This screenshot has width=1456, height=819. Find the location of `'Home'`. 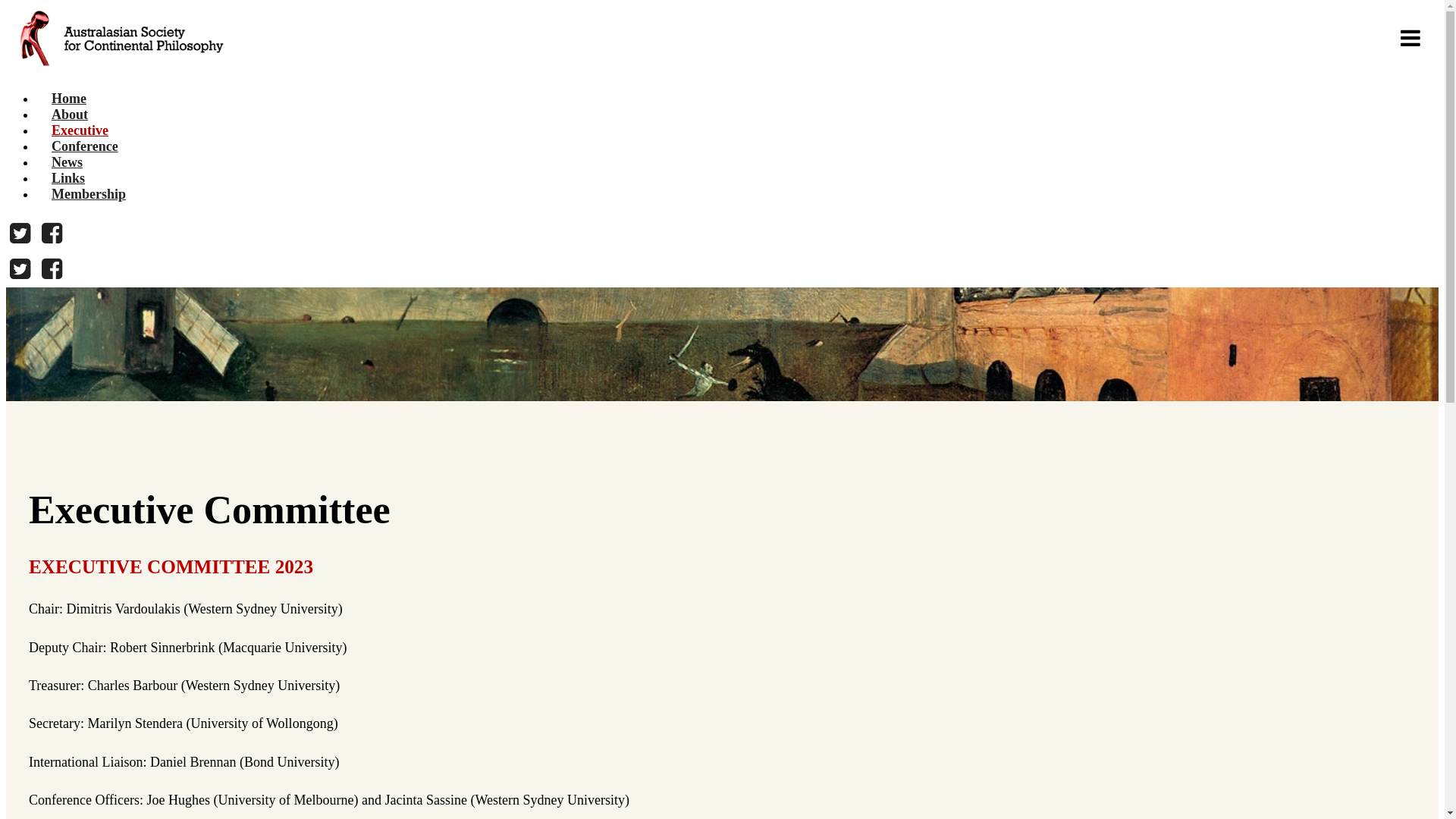

'Home' is located at coordinates (68, 99).